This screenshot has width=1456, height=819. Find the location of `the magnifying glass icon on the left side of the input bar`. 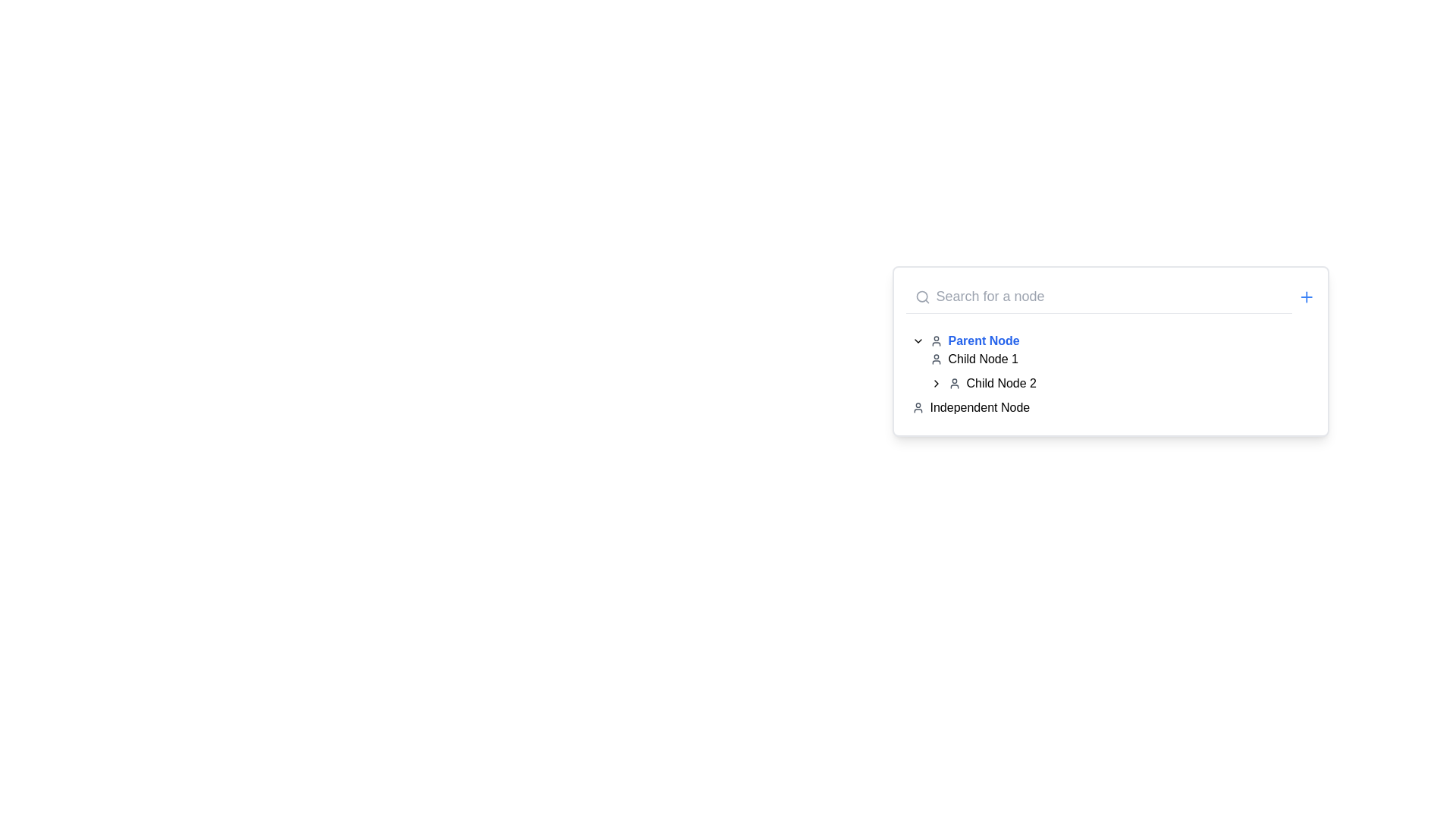

the magnifying glass icon on the left side of the input bar is located at coordinates (921, 297).